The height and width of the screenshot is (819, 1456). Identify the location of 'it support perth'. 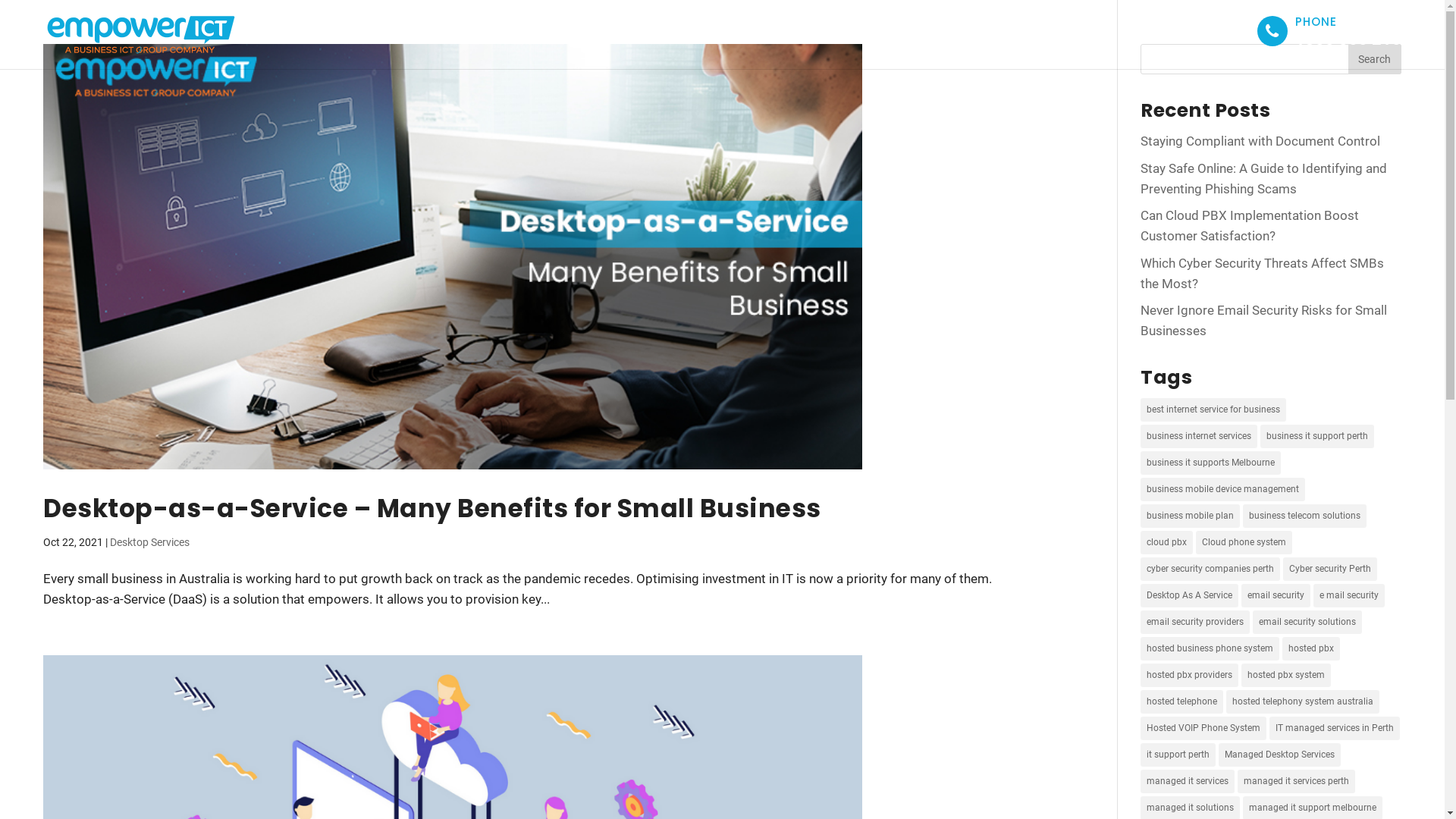
(1177, 755).